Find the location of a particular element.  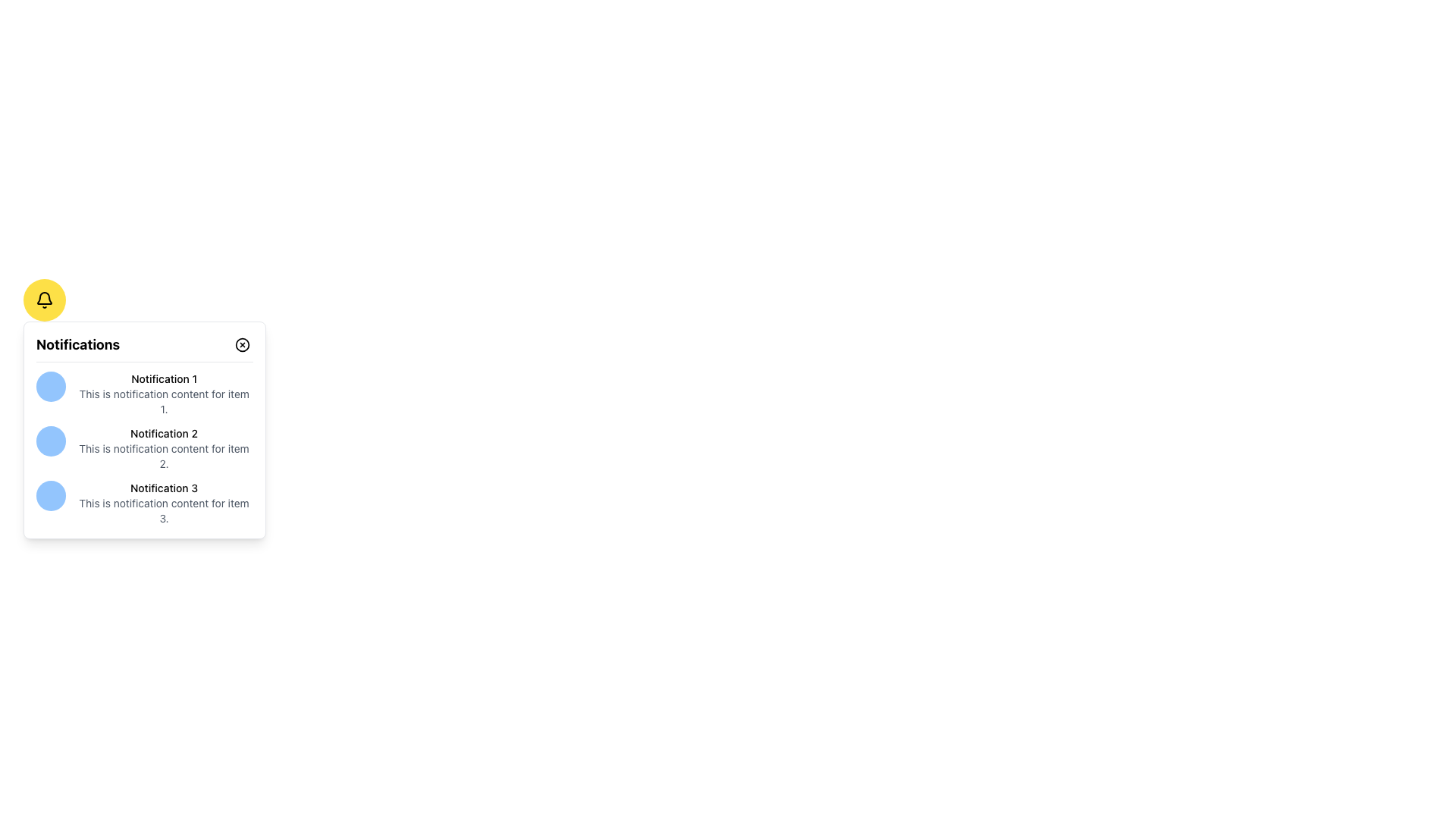

the first notification item in the notification panel is located at coordinates (145, 394).